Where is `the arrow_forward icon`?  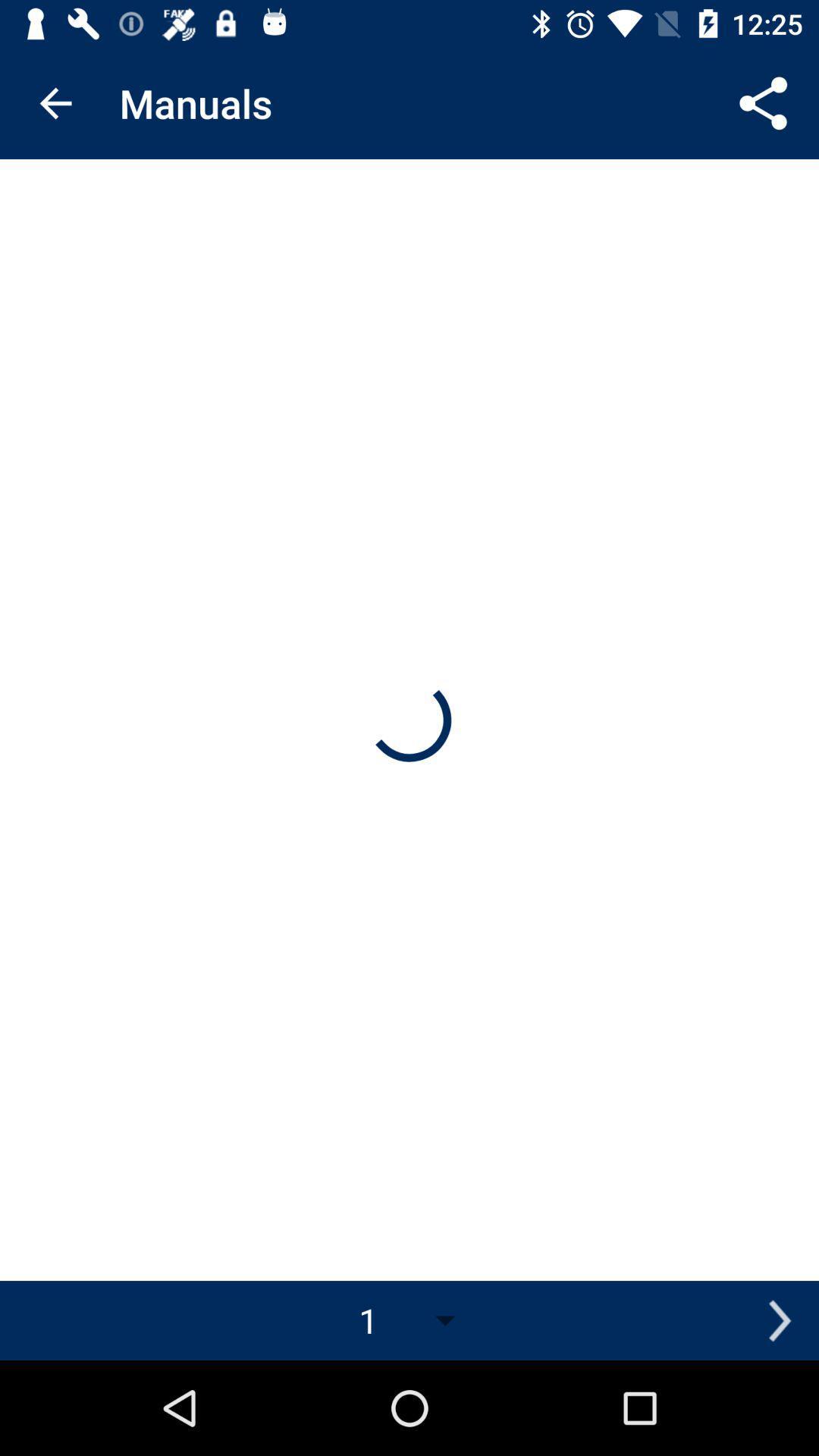 the arrow_forward icon is located at coordinates (779, 1319).